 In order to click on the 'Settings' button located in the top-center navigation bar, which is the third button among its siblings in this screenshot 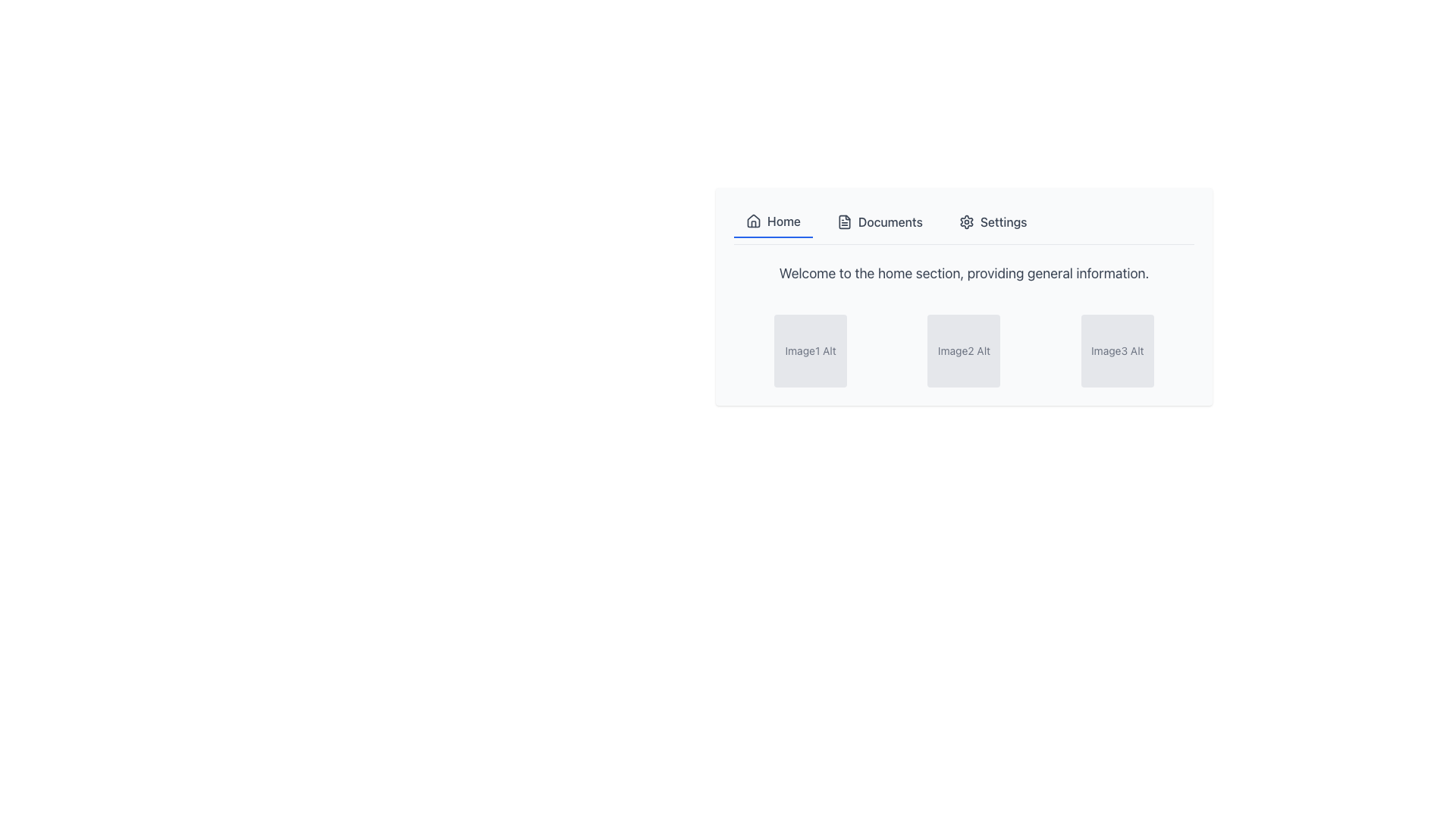, I will do `click(993, 222)`.